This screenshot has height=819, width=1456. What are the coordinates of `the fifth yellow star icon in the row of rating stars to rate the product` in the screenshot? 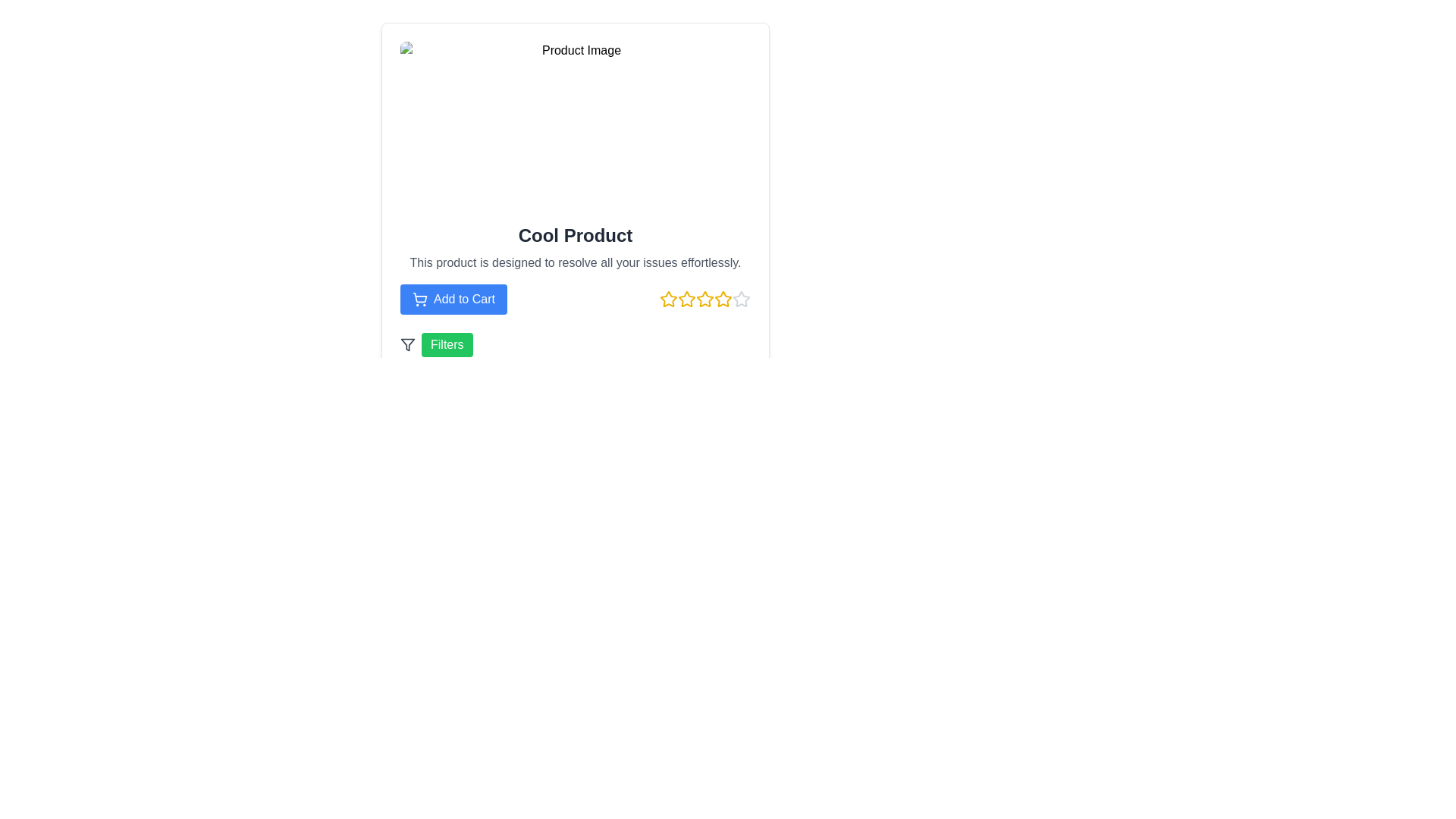 It's located at (704, 299).